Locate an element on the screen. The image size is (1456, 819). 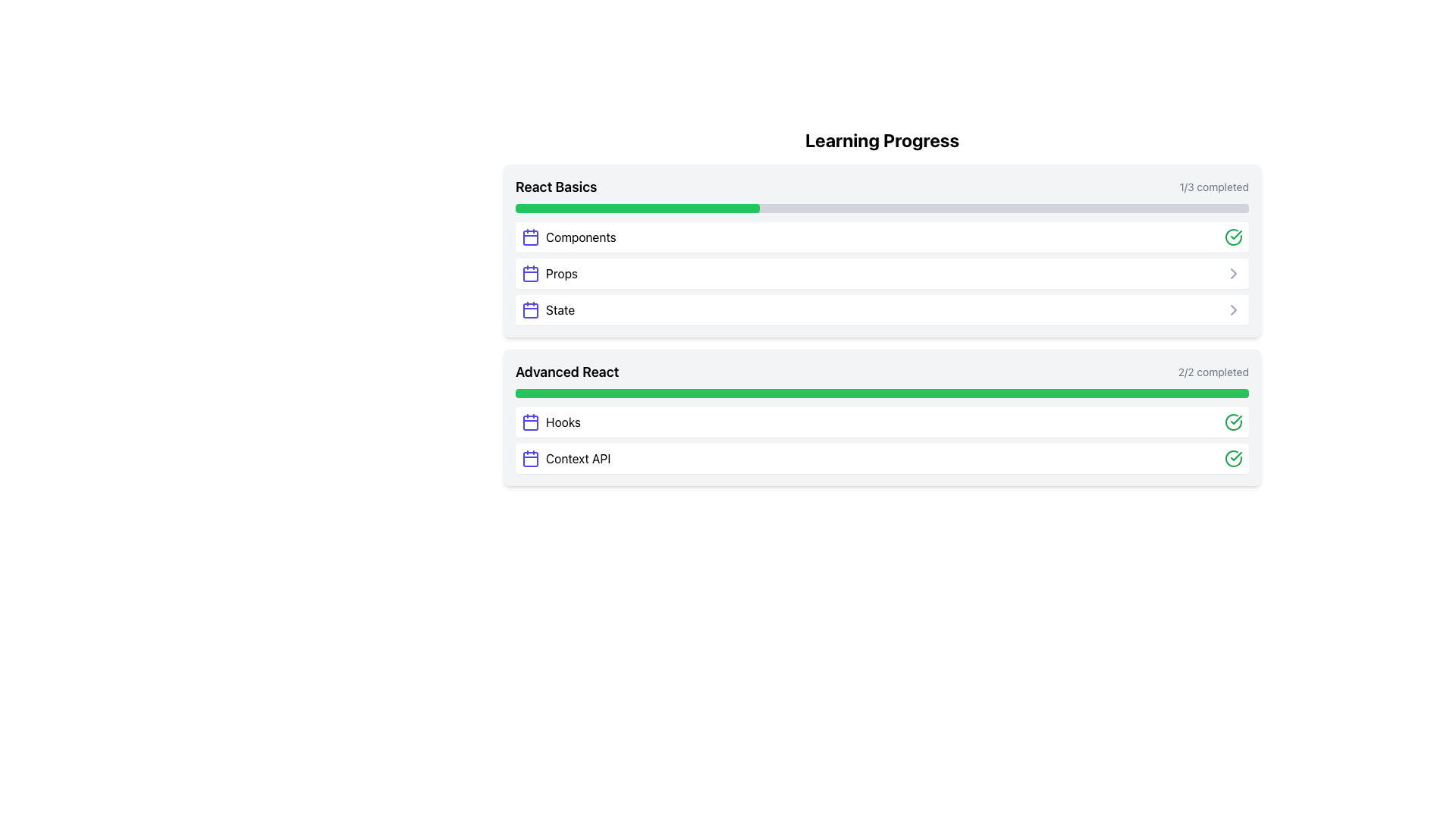
the 'Props' text label, which is the second item in the vertical list under the 'React Basics' header is located at coordinates (561, 274).